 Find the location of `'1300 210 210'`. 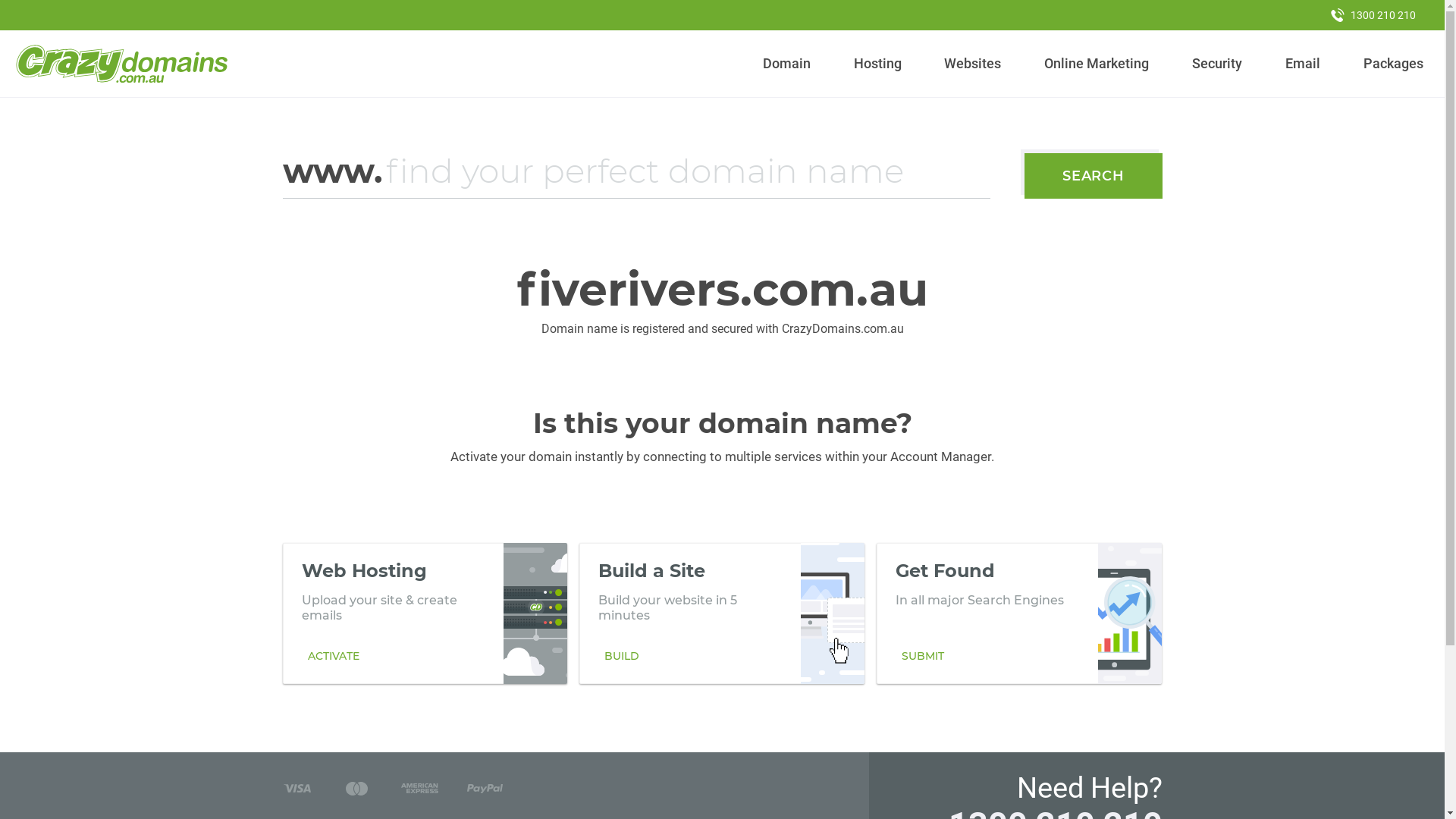

'1300 210 210' is located at coordinates (1316, 14).